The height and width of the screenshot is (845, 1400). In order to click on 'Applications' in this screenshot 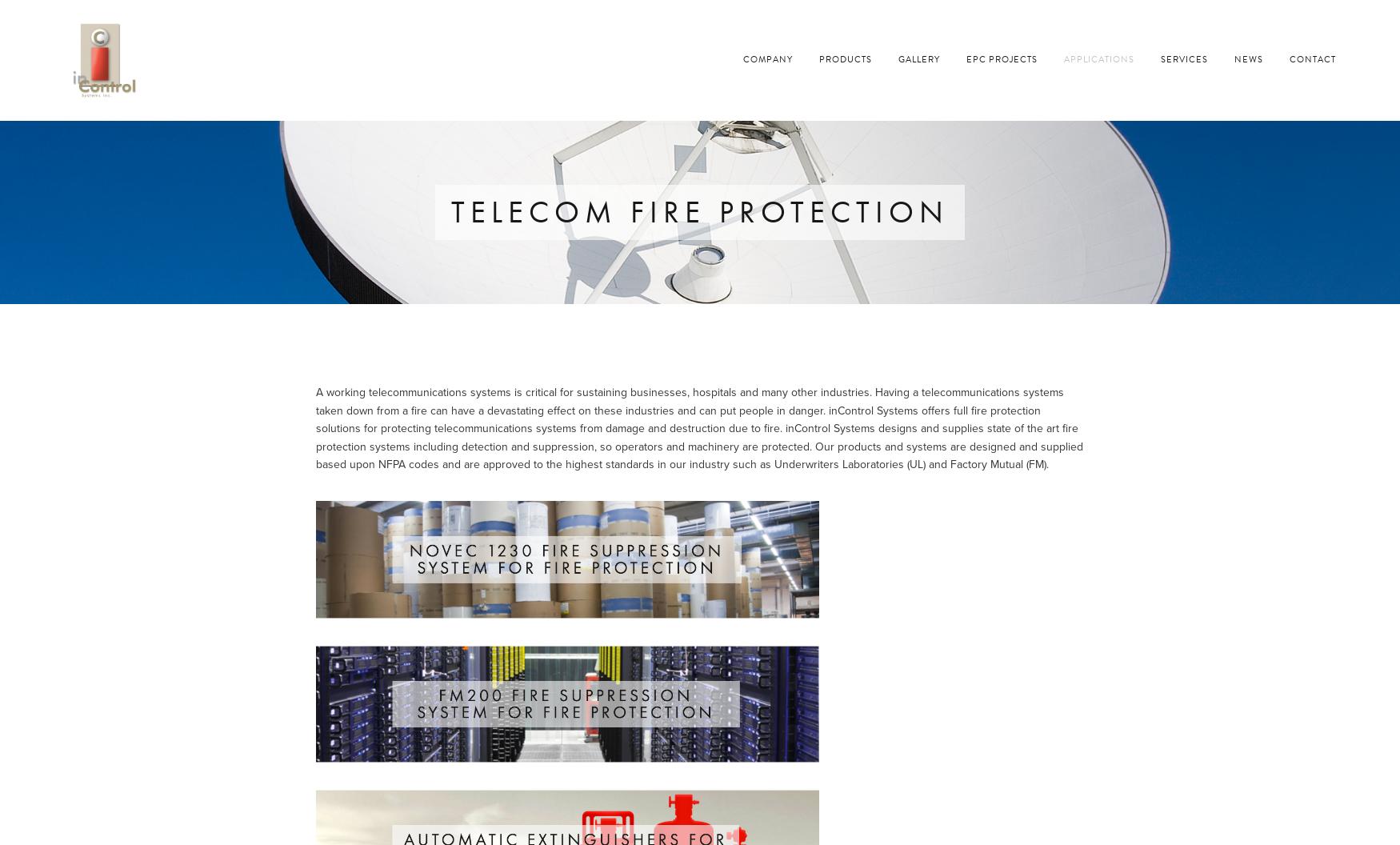, I will do `click(1098, 58)`.